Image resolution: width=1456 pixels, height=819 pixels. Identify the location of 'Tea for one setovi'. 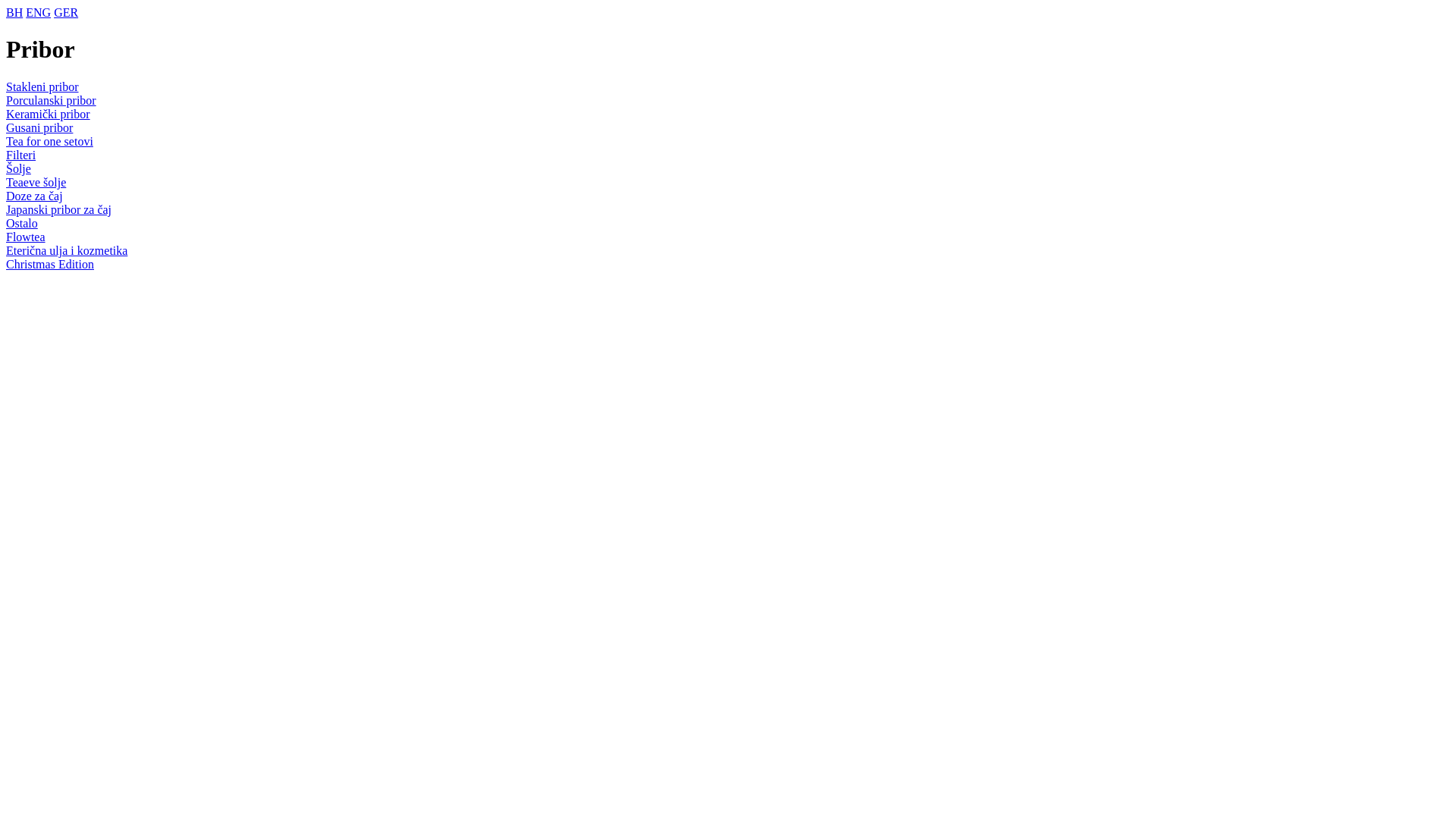
(49, 141).